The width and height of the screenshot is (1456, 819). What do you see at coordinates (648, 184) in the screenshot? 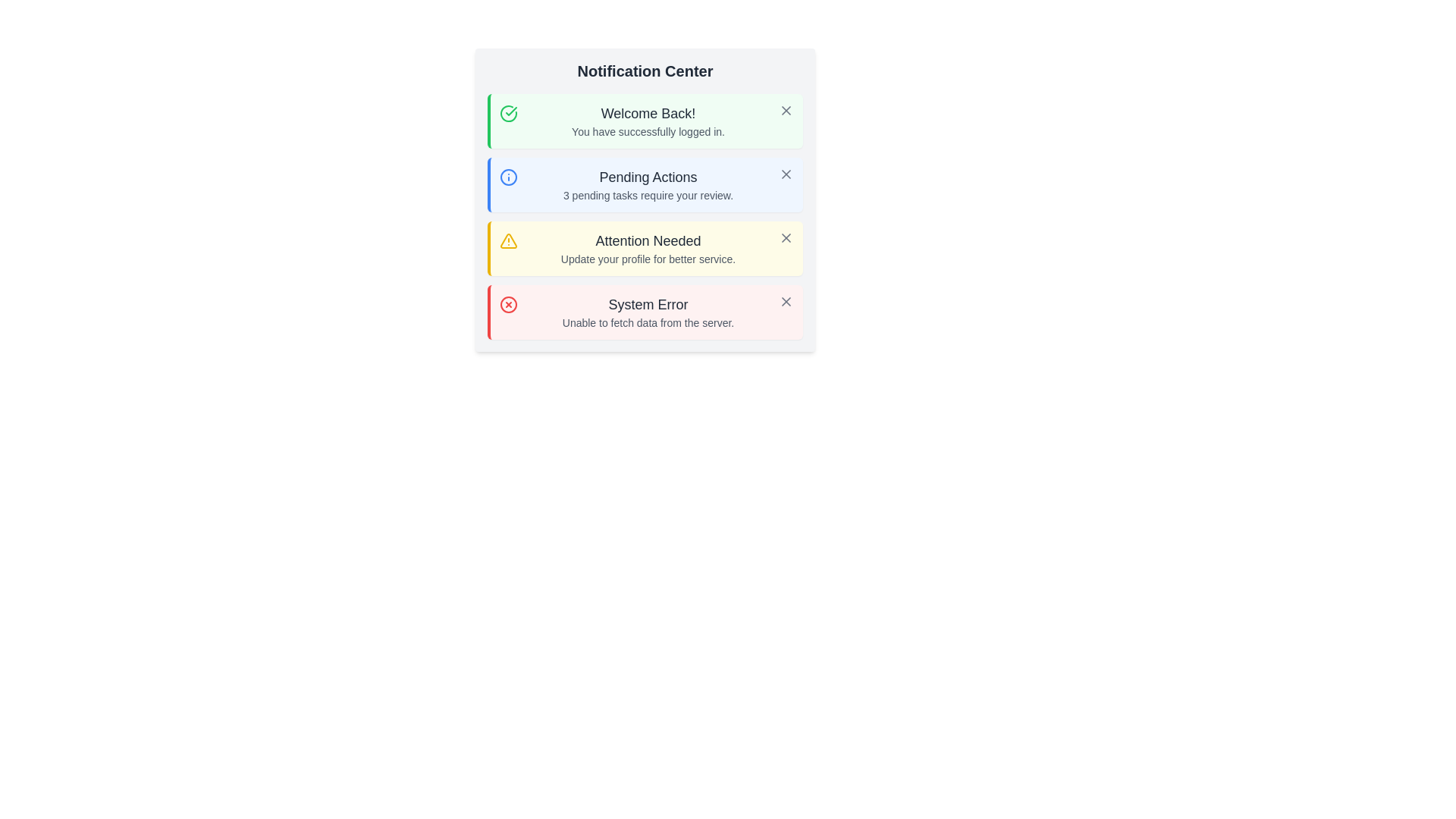
I see `the 'Pending Actions' notification element, which contains the heading and subheading about pending tasks, prominently displayed in a blue-themed bordered box` at bounding box center [648, 184].